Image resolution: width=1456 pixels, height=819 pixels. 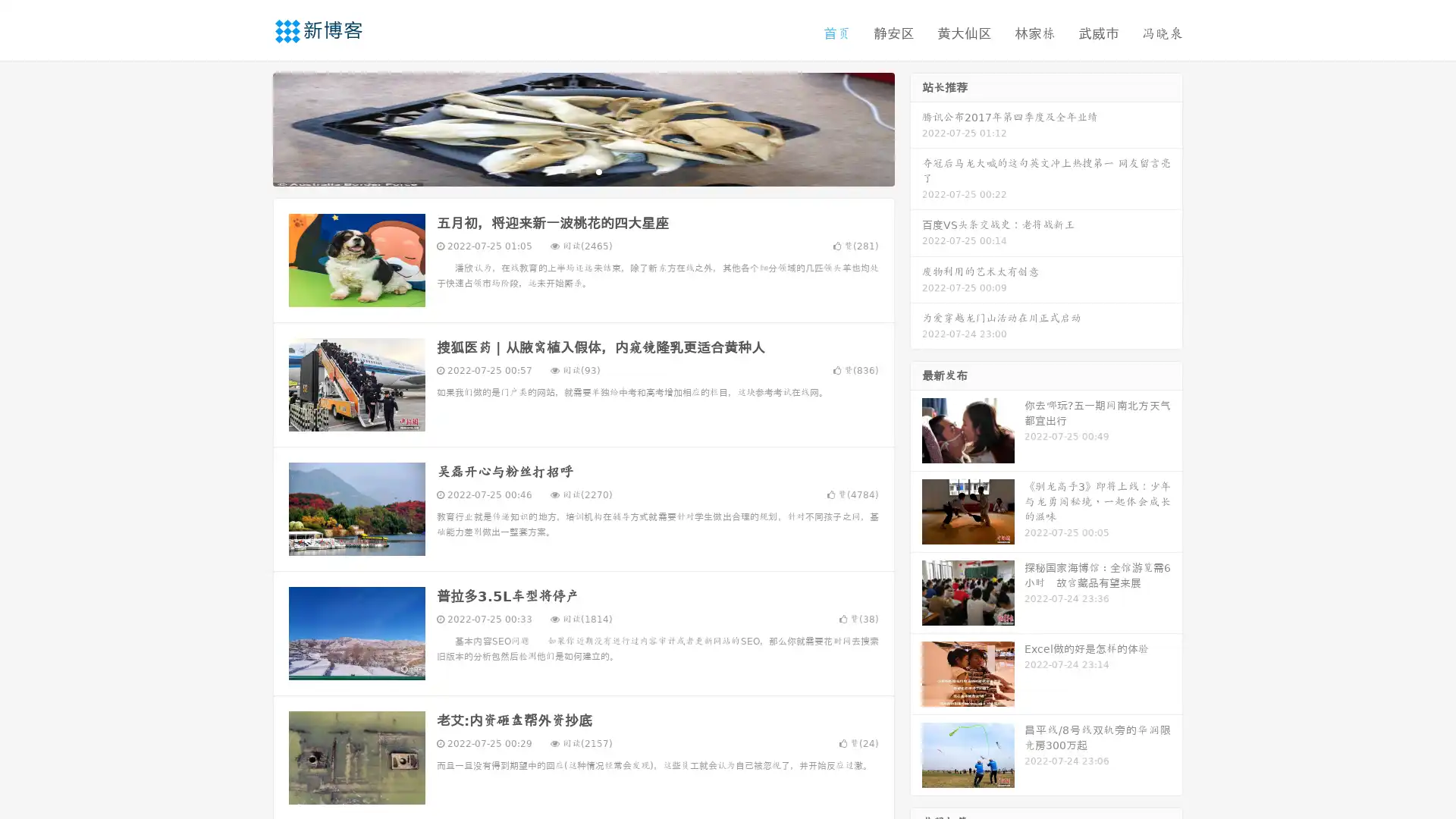 I want to click on Go to slide 3, so click(x=598, y=171).